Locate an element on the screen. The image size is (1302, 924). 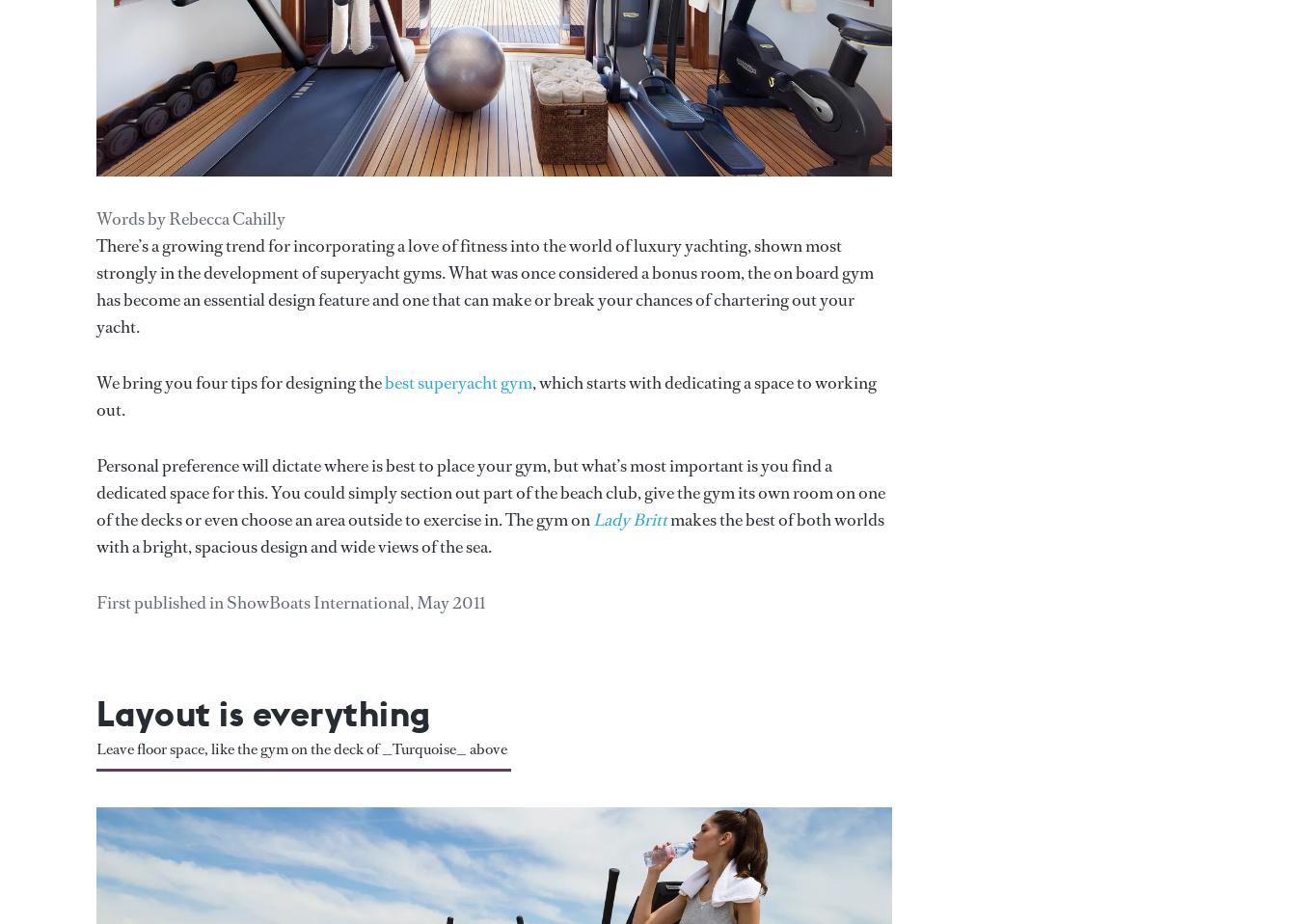
'Layout is everything' is located at coordinates (261, 713).